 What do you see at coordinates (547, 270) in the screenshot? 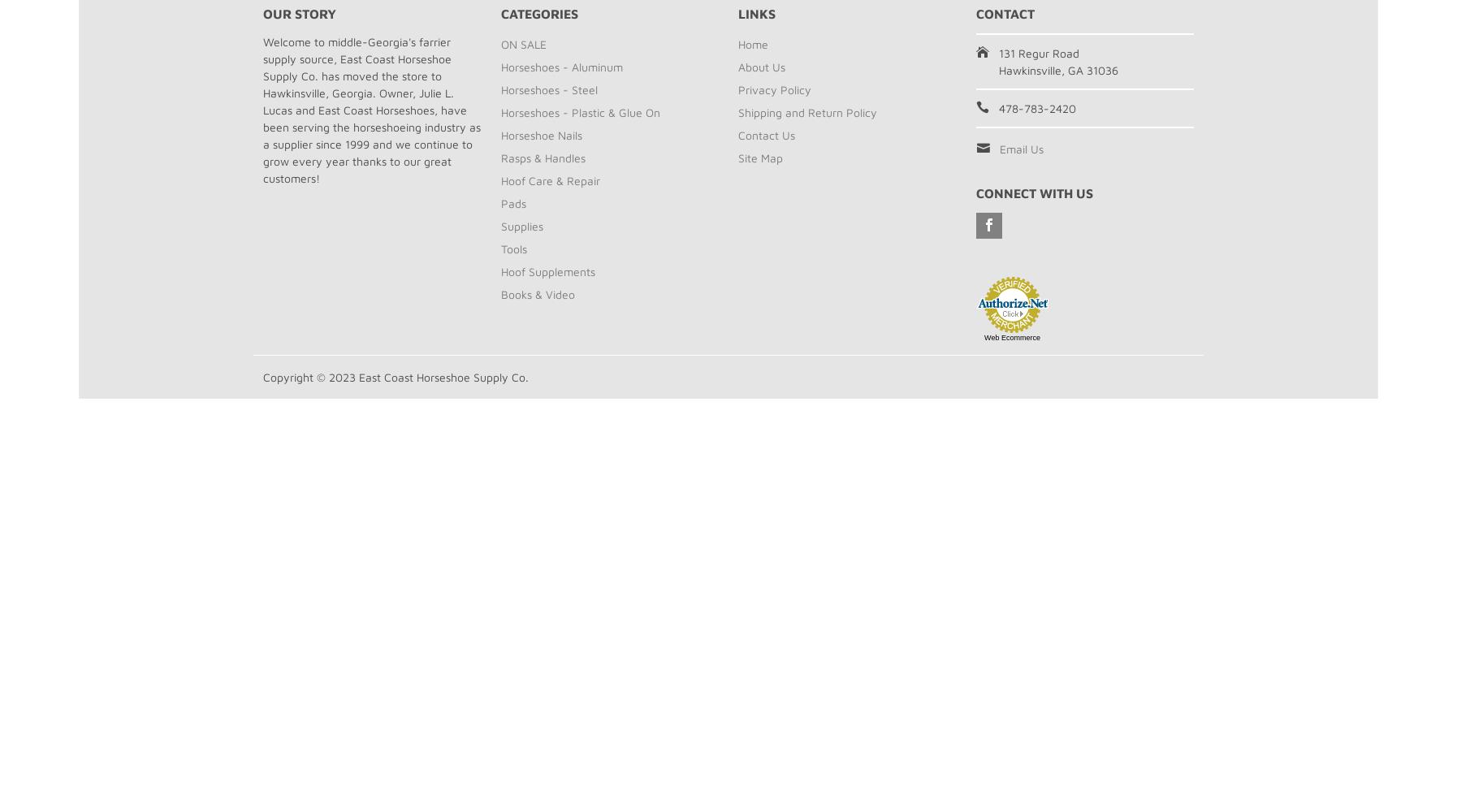
I see `'Hoof Supplements'` at bounding box center [547, 270].